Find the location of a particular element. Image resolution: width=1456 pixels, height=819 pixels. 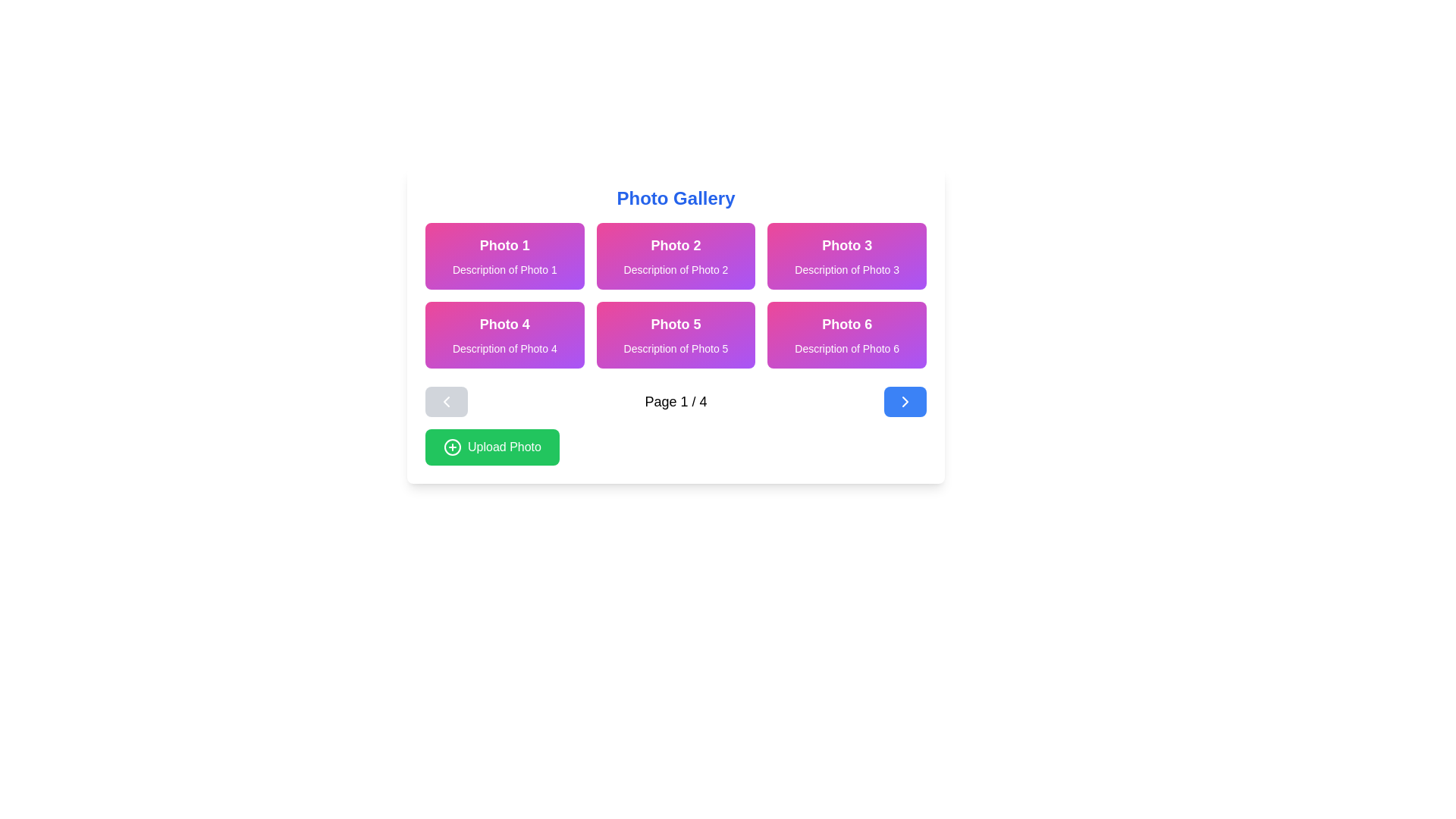

the chevron icon located within the small blue circular button in the bottom-right corner of the interface is located at coordinates (905, 400).